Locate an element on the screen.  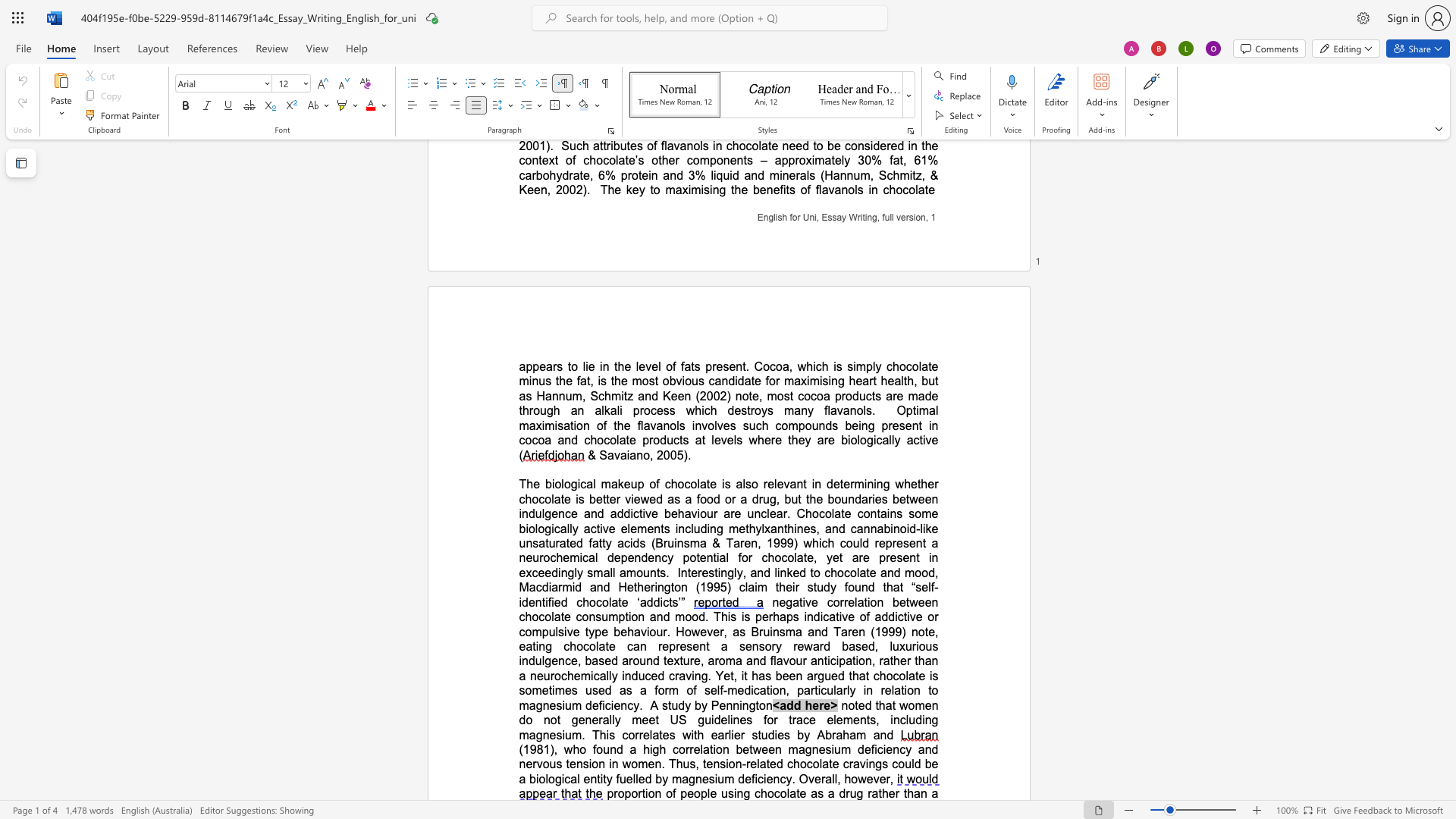
the space between the continuous character "c" and "y" in the text is located at coordinates (633, 705).